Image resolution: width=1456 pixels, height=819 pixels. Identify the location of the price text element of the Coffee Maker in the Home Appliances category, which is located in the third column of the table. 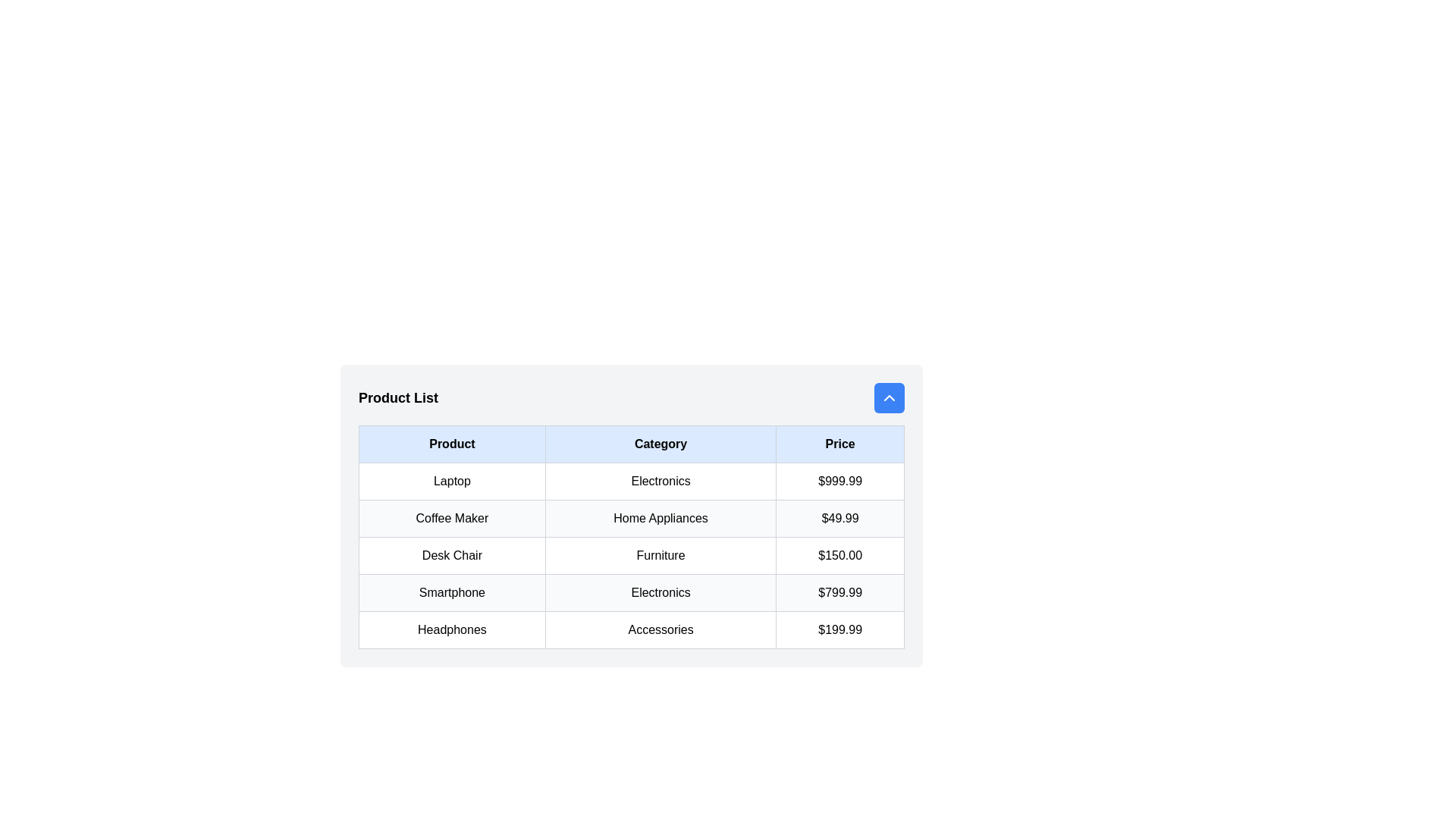
(839, 517).